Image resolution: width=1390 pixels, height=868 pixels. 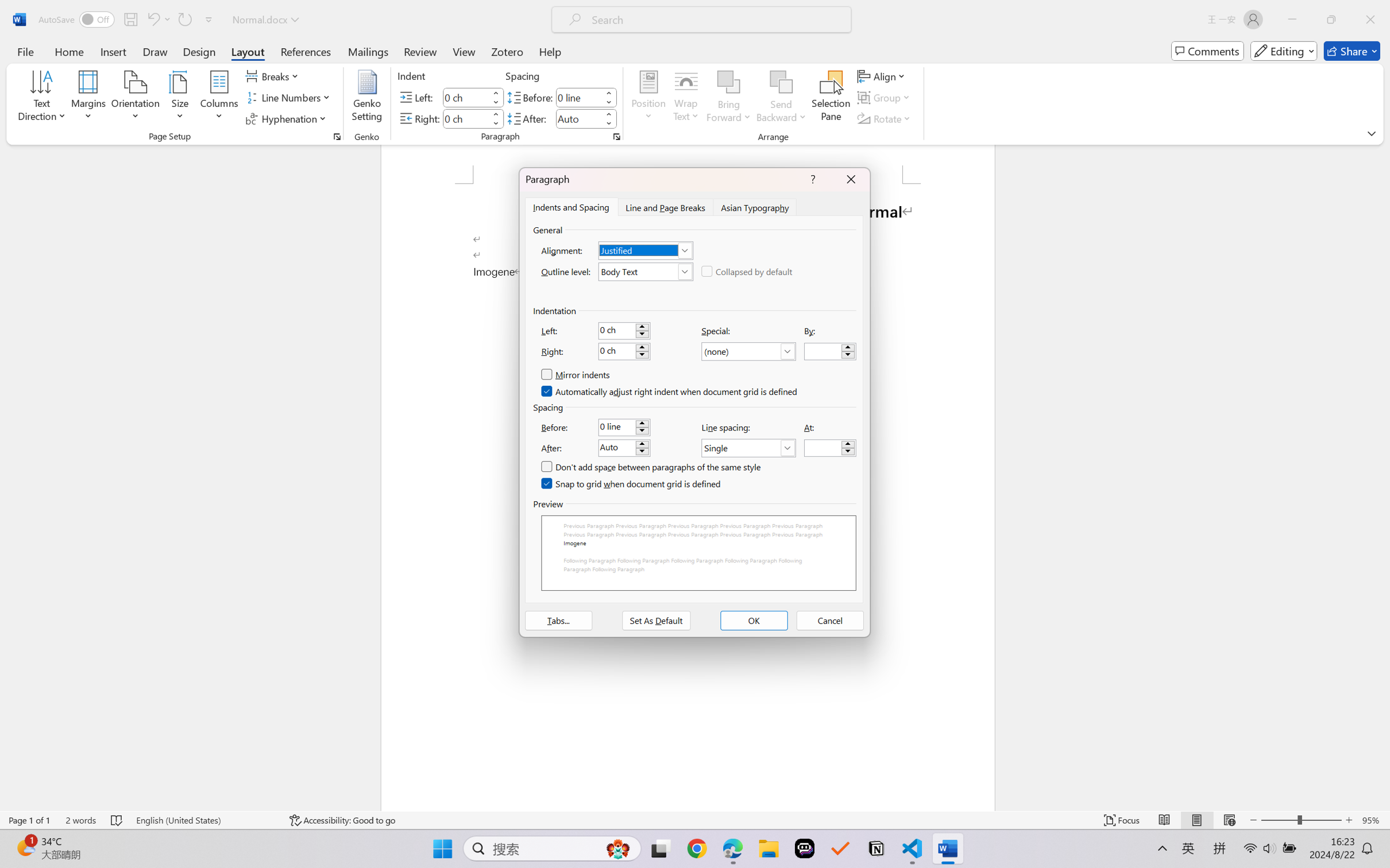 I want to click on 'Group', so click(x=885, y=98).